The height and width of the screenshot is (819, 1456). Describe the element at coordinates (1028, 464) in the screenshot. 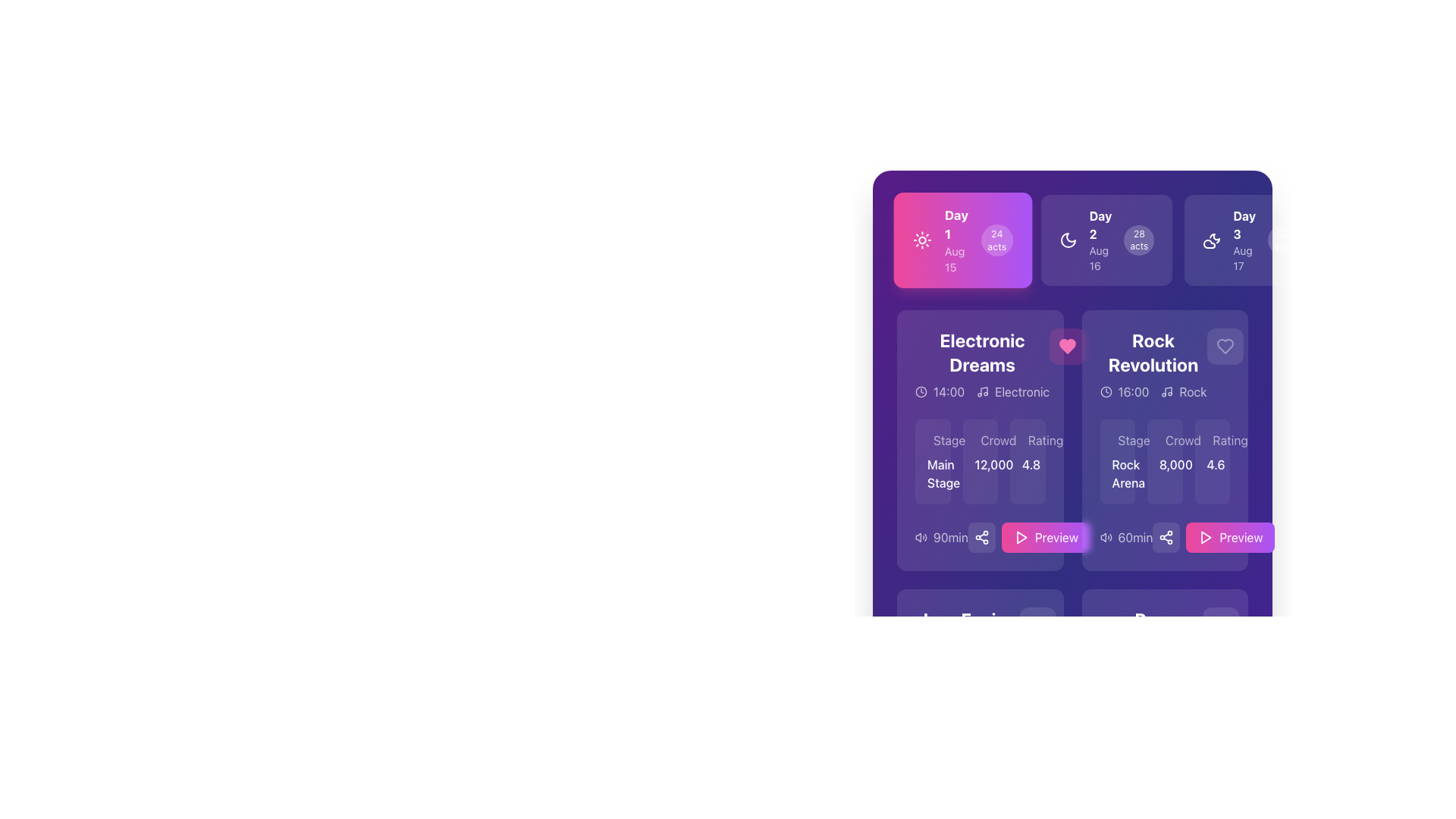

I see `the static text element displaying the numerical rating value ('4.8') located in the 'Rating' section, positioned below the 'Rating' label and near graphical star icons` at that location.